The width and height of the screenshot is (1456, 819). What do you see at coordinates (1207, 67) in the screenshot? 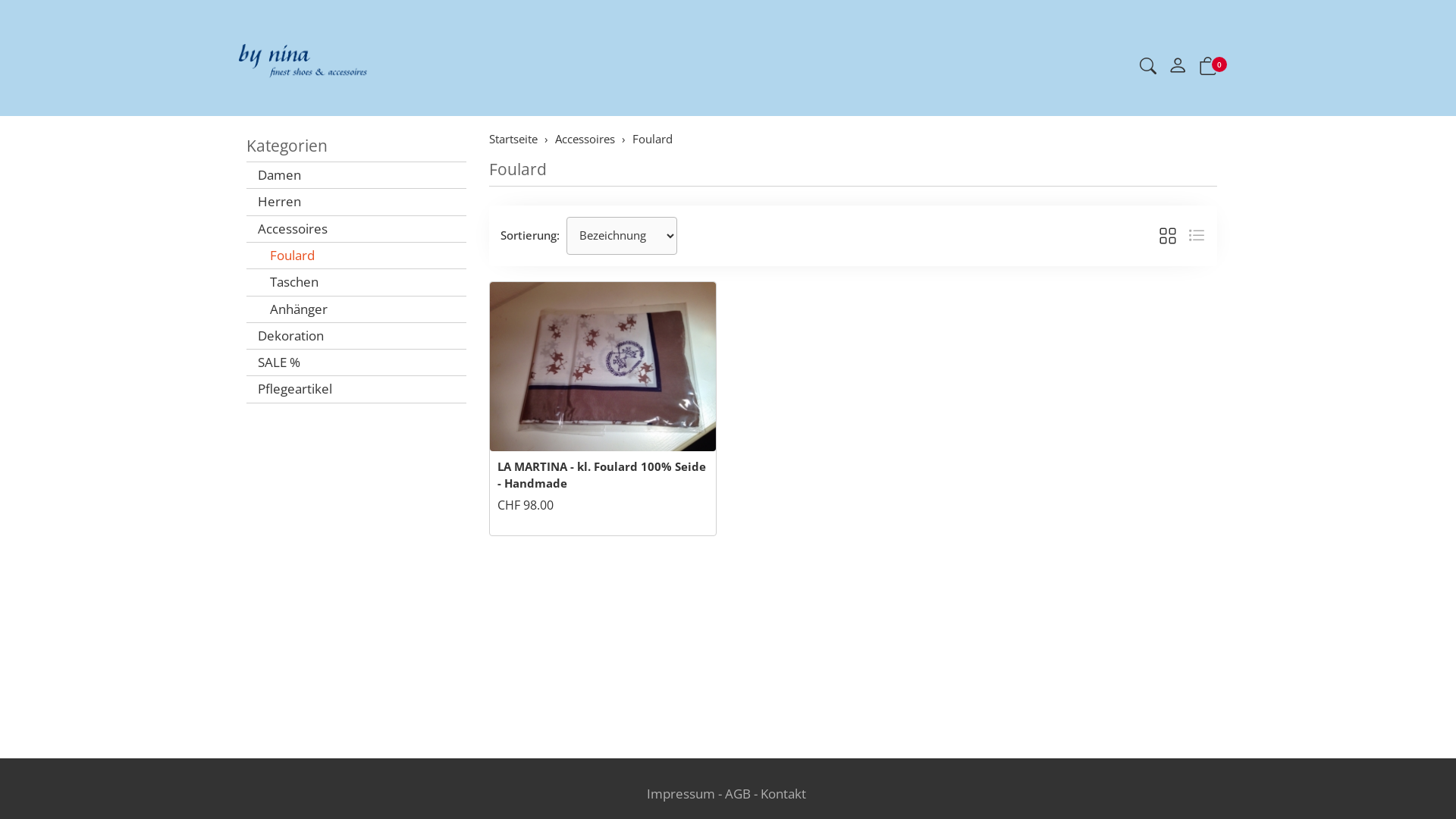
I see `'0'` at bounding box center [1207, 67].